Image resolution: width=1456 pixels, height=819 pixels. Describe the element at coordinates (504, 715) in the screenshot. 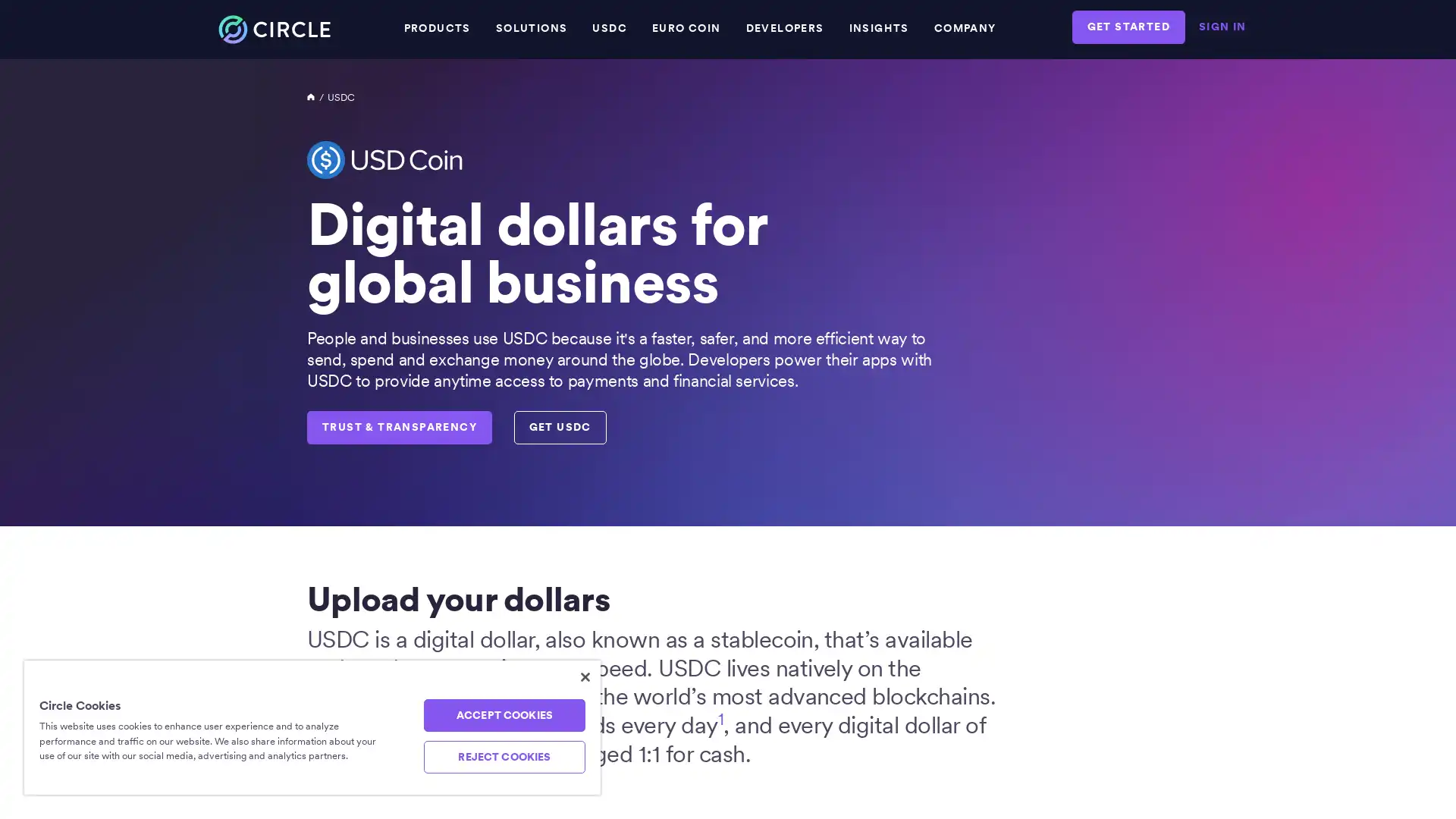

I see `ACCEPT COOKIES` at that location.